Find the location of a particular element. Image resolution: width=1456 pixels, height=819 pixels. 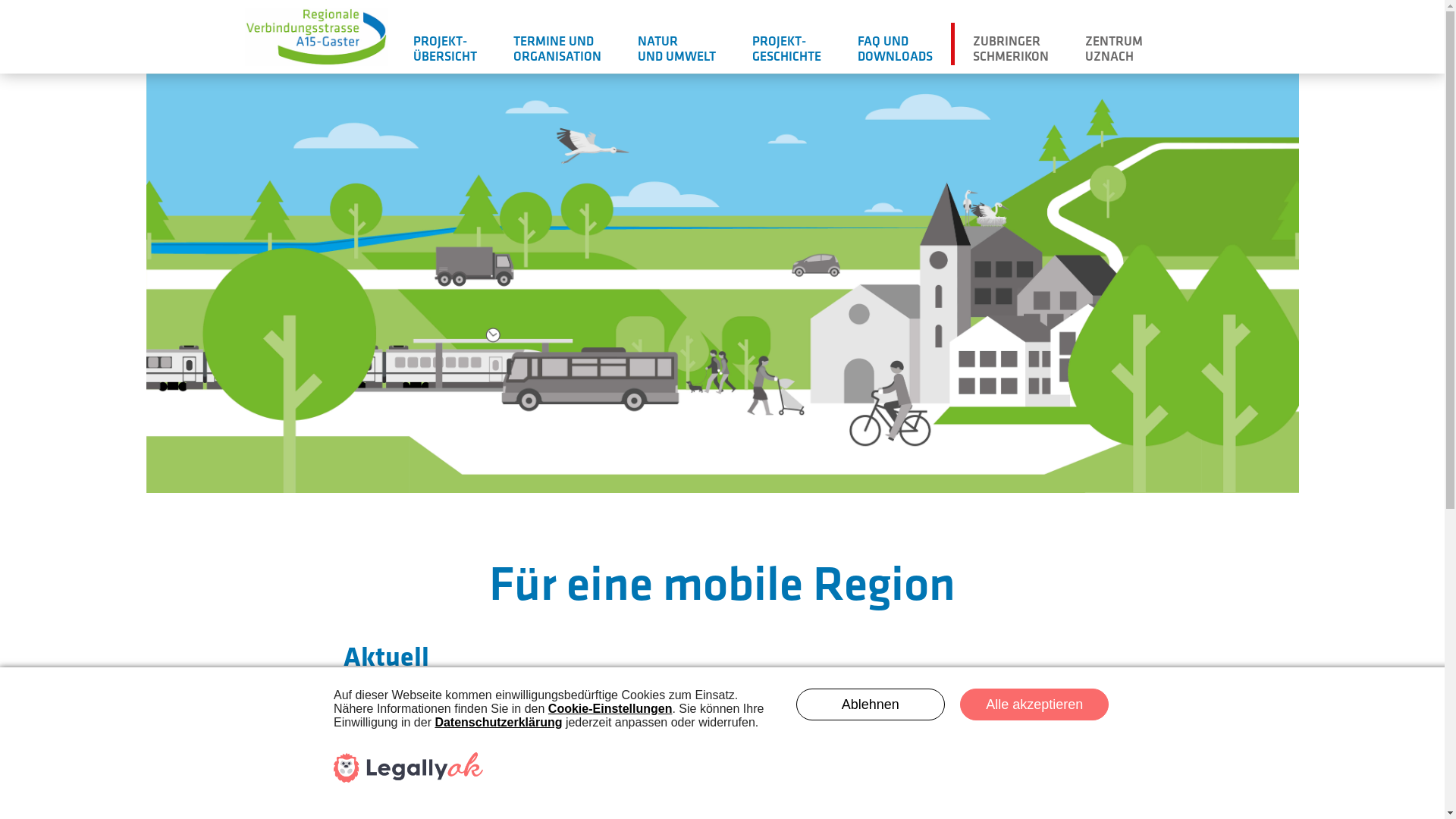

'TERMINE UND ORGANISATION' is located at coordinates (556, 45).